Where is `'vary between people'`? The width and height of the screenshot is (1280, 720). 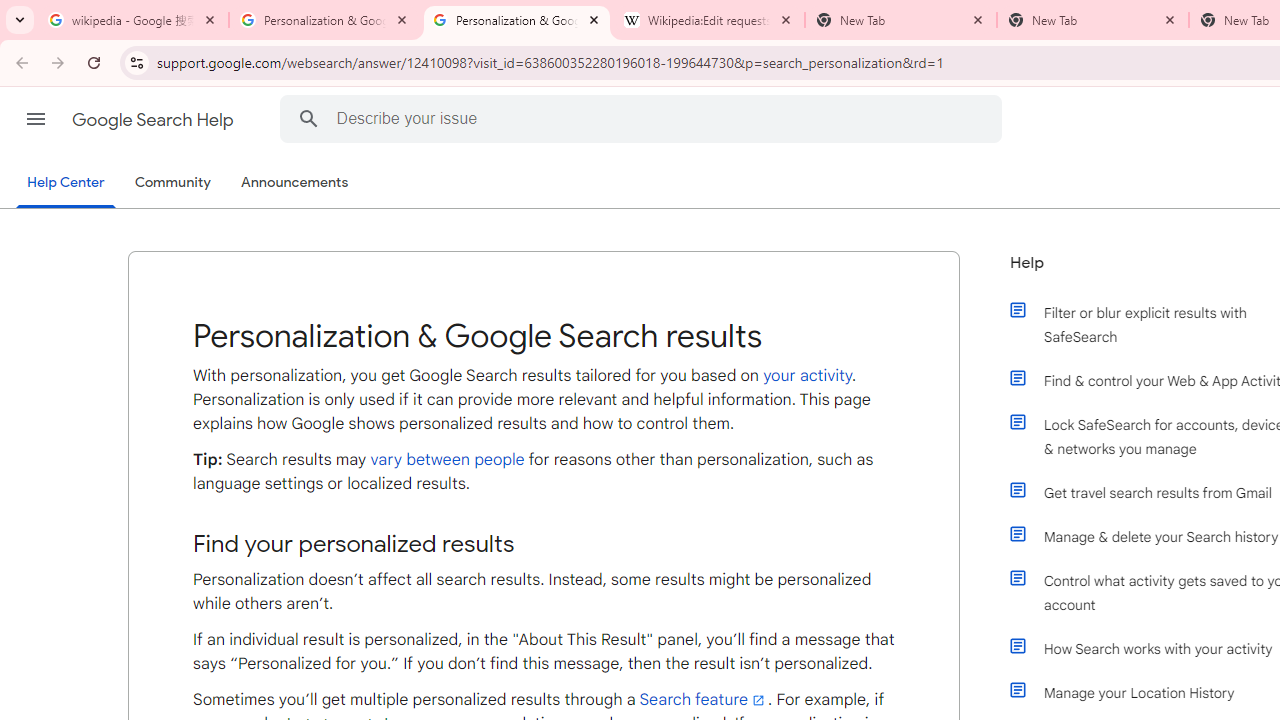 'vary between people' is located at coordinates (446, 460).